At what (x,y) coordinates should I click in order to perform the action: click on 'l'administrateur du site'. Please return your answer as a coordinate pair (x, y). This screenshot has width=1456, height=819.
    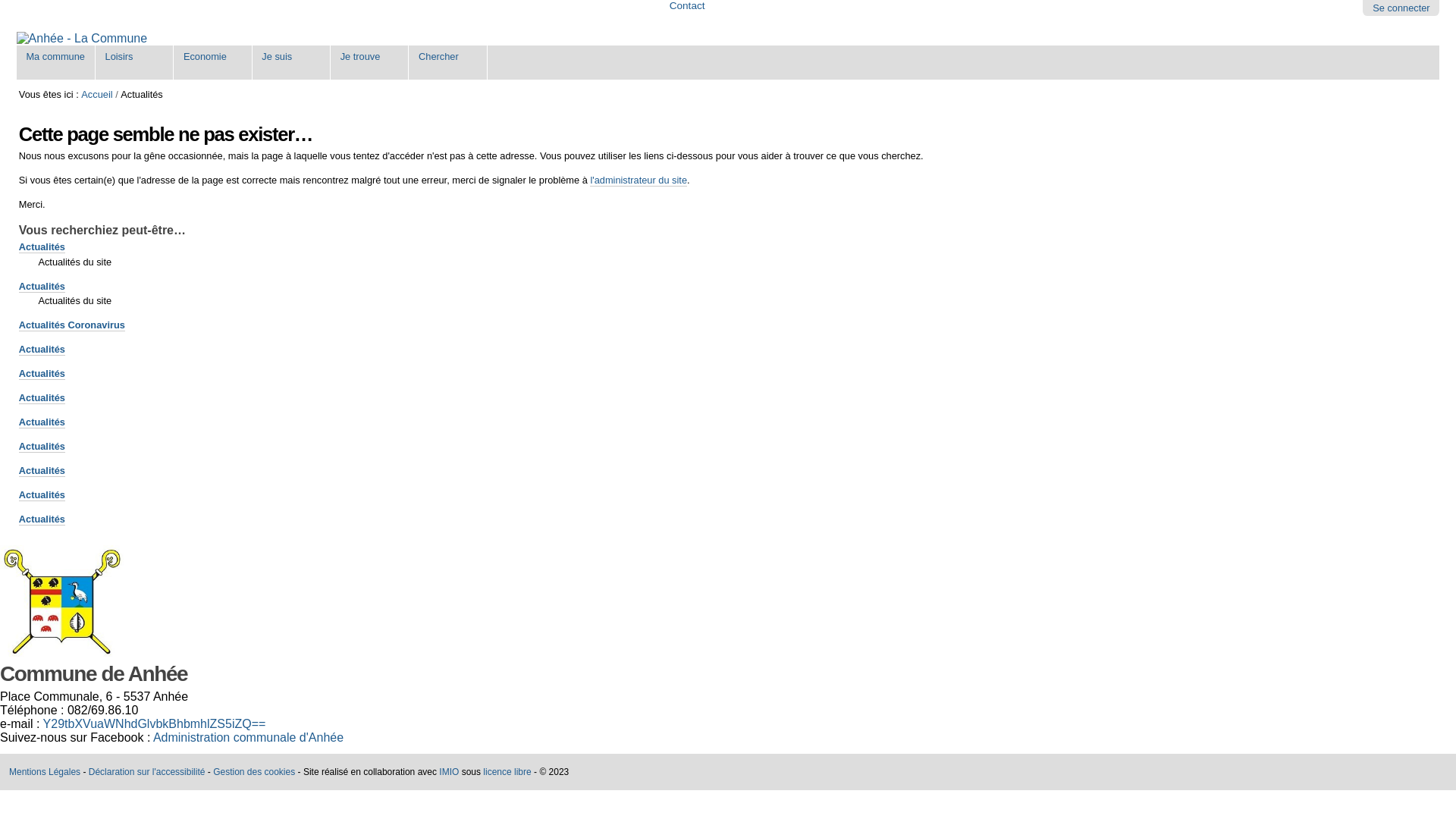
    Looking at the image, I should click on (638, 180).